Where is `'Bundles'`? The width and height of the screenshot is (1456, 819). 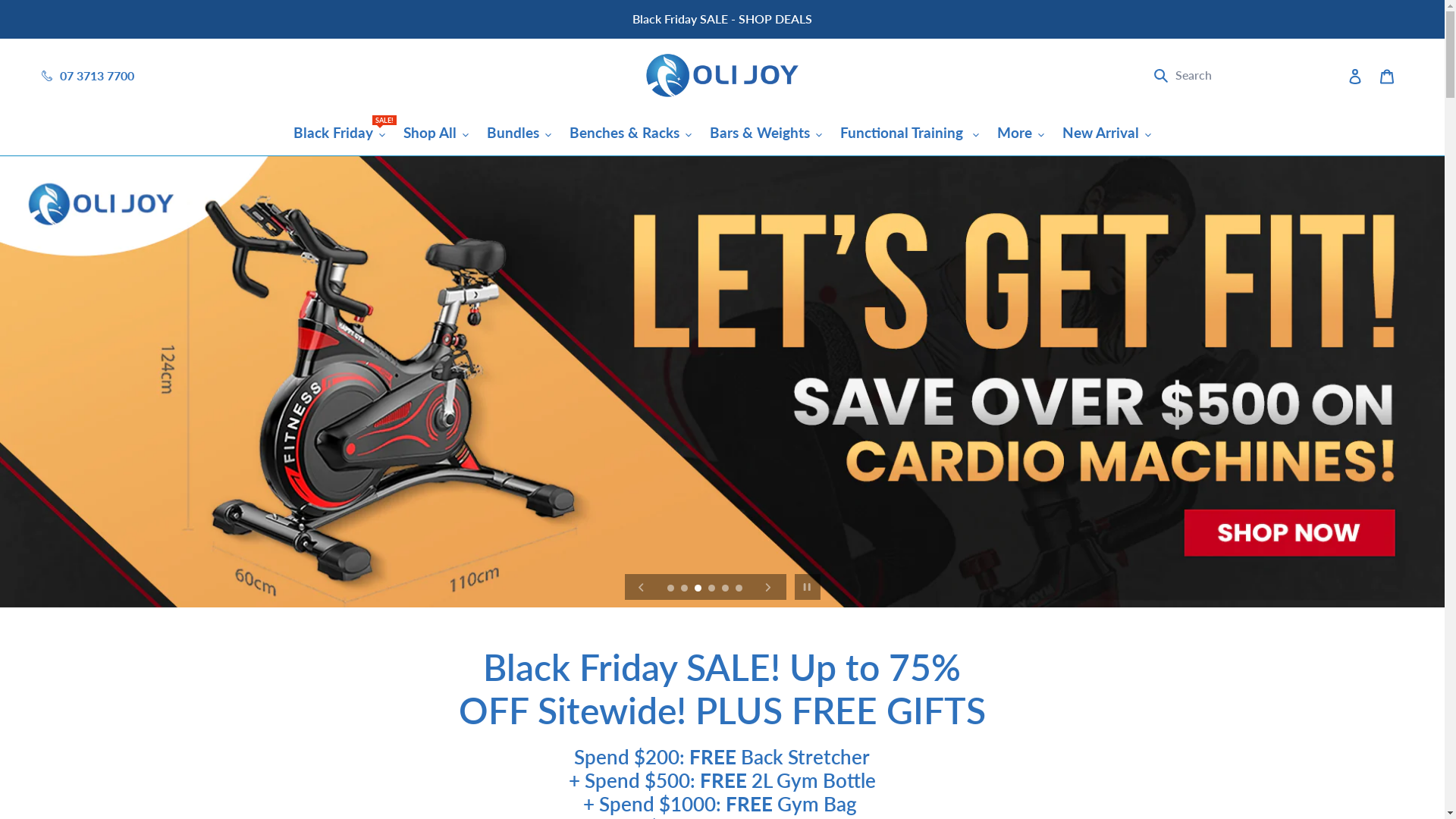 'Bundles' is located at coordinates (519, 132).